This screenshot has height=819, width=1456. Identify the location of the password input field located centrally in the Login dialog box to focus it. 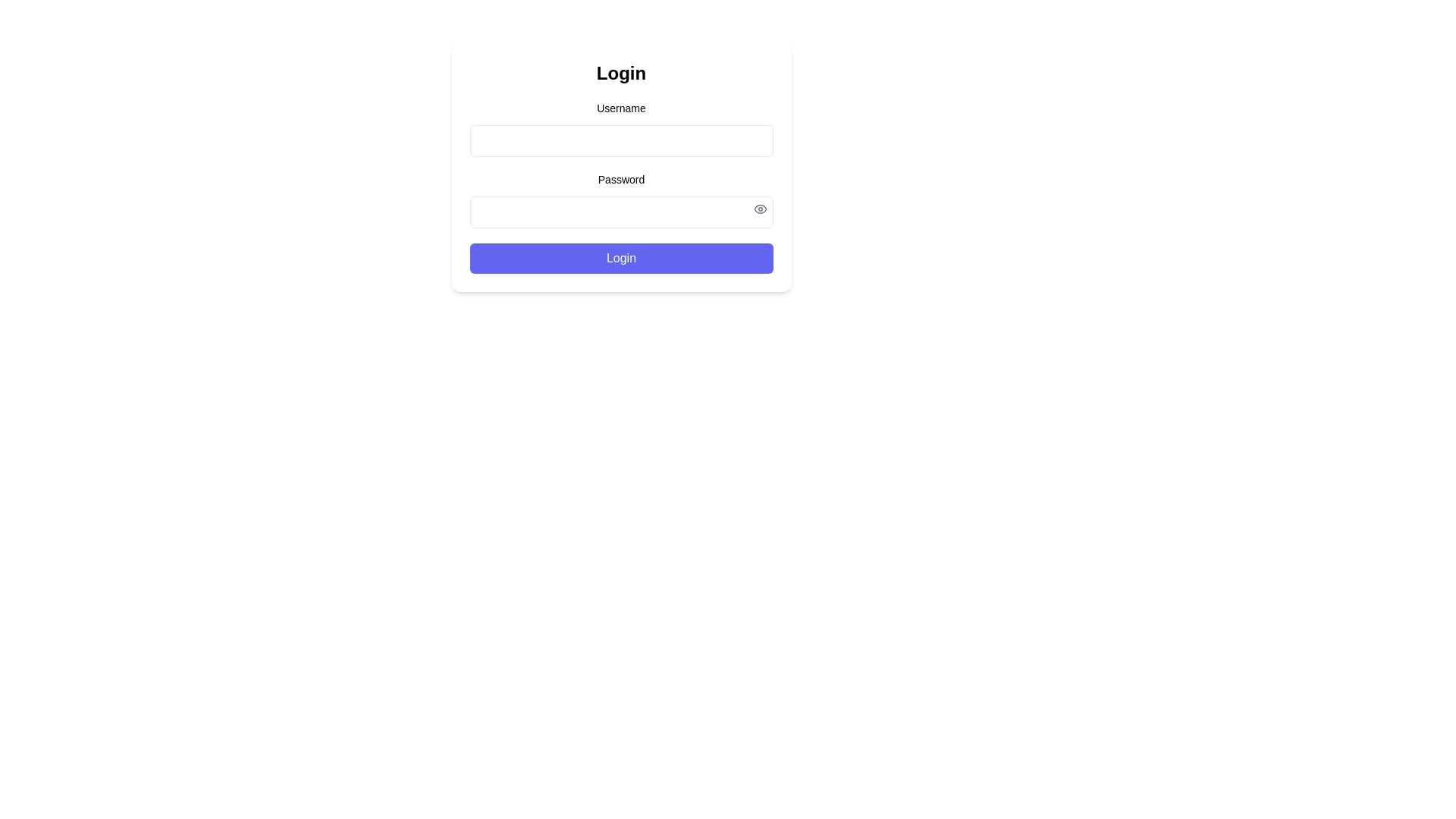
(621, 199).